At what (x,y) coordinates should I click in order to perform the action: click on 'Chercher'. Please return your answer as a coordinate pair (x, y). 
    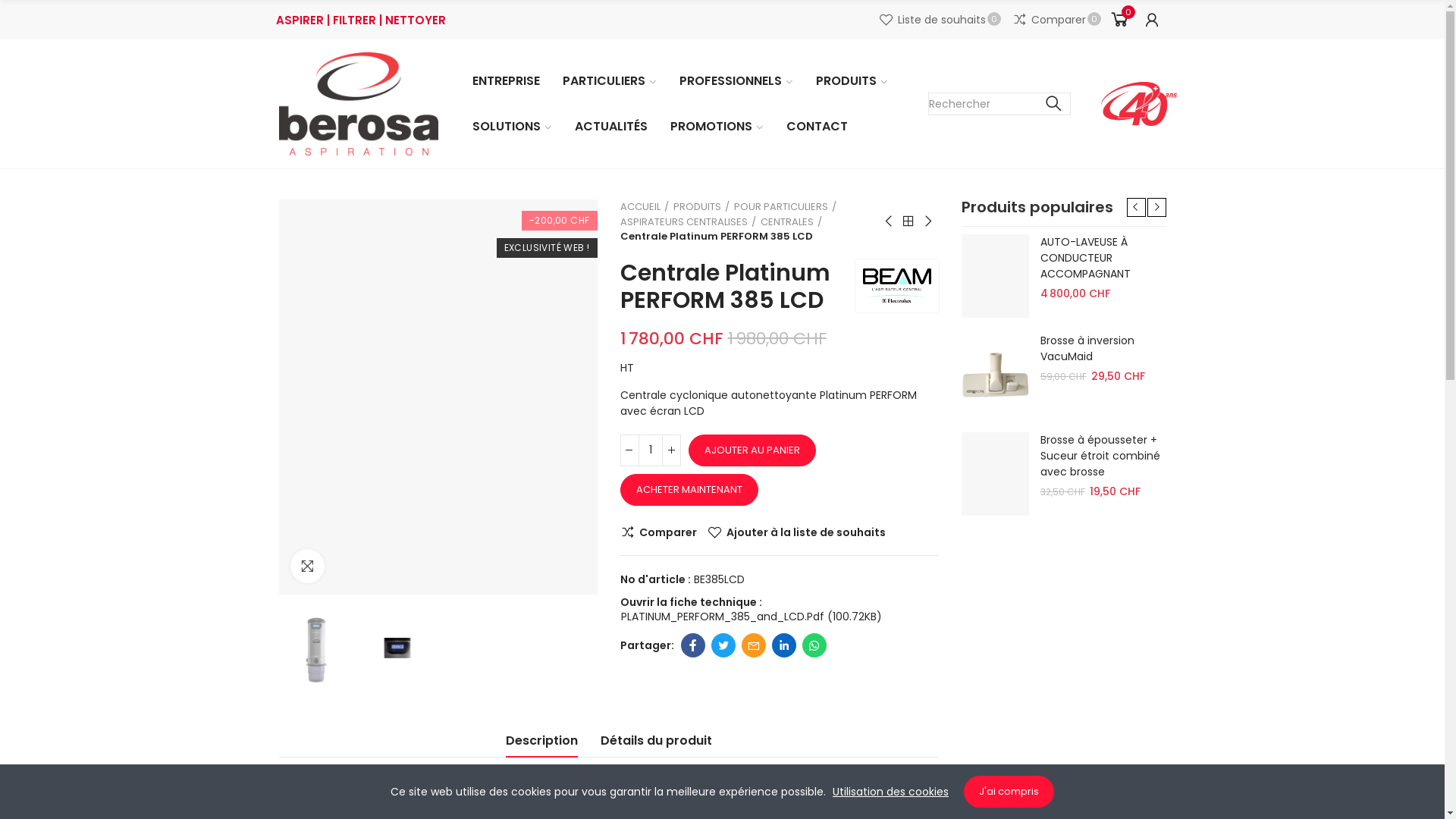
    Looking at the image, I should click on (1053, 103).